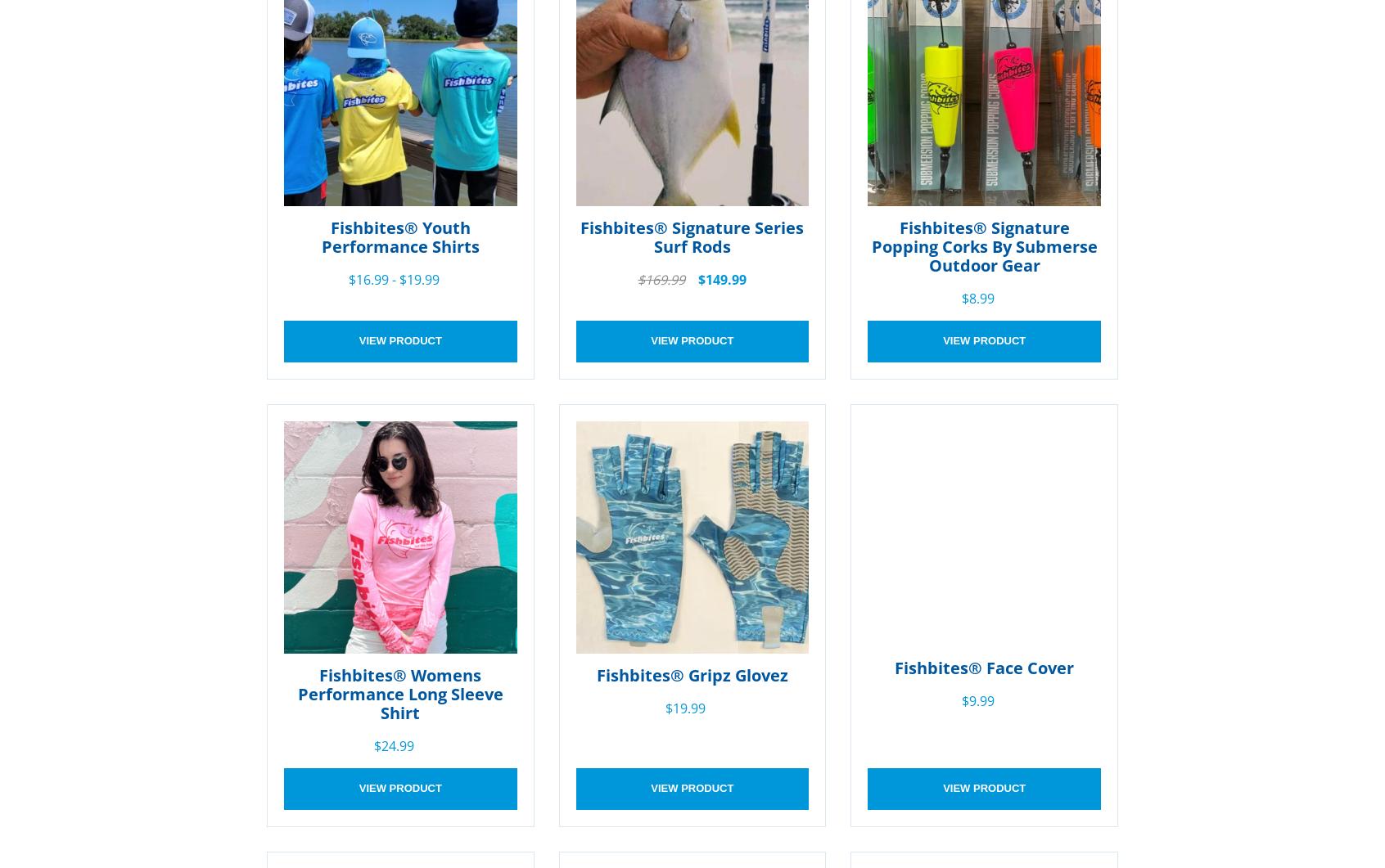 Image resolution: width=1385 pixels, height=868 pixels. Describe the element at coordinates (296, 694) in the screenshot. I see `'Fishbites® Womens Performance Long Sleeve Shirt'` at that location.